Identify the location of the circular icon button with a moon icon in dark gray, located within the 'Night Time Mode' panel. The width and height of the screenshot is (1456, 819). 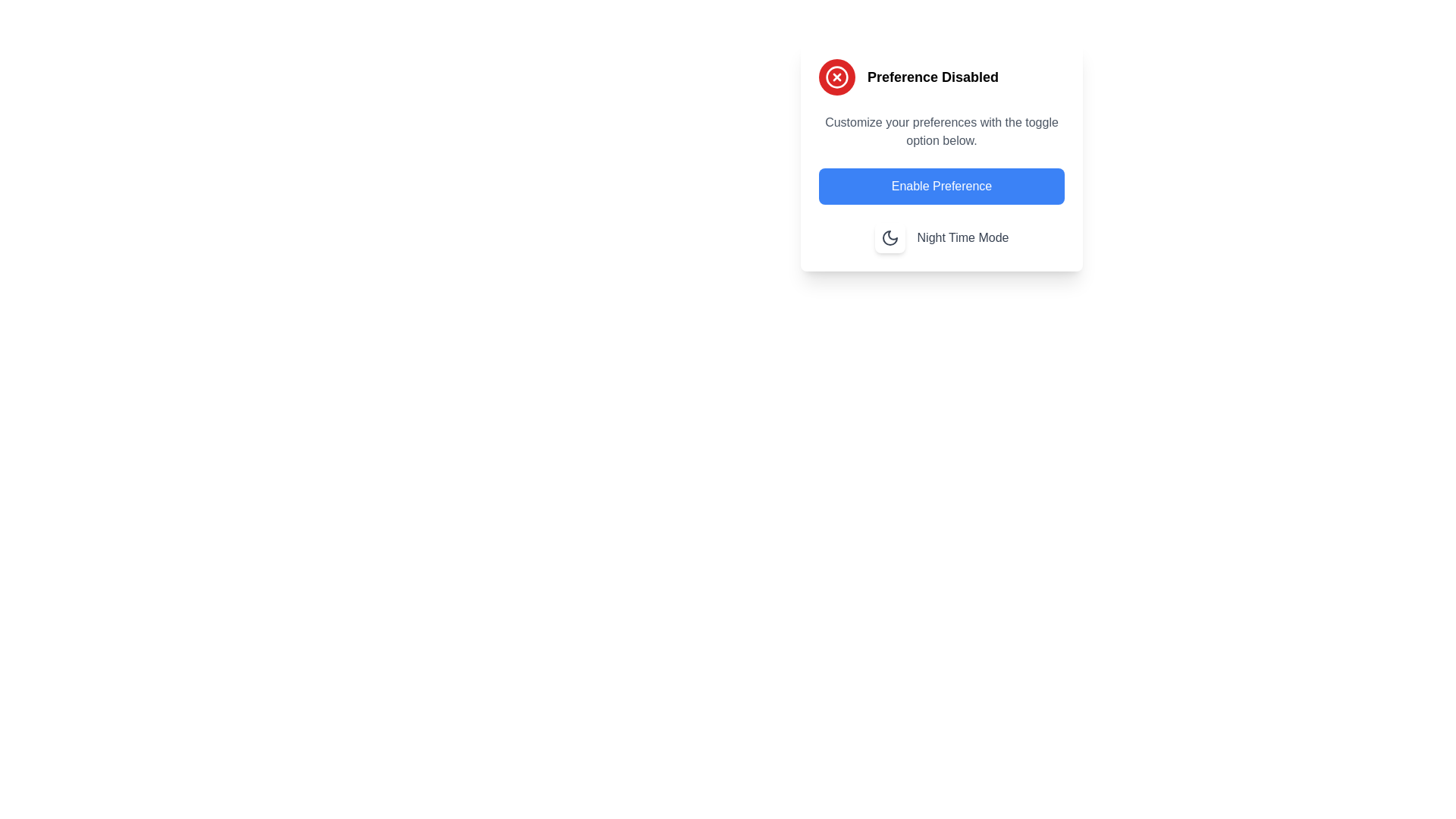
(890, 237).